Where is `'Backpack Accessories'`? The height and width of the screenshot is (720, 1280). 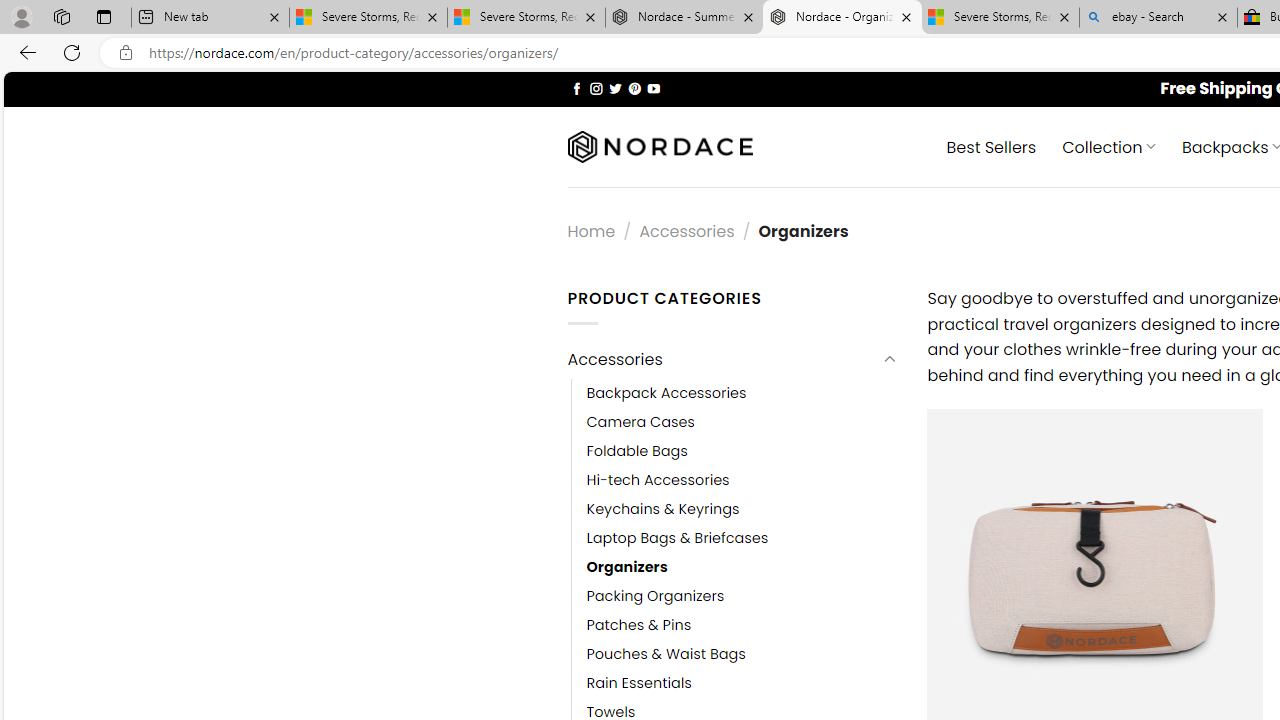
'Backpack Accessories' is located at coordinates (666, 393).